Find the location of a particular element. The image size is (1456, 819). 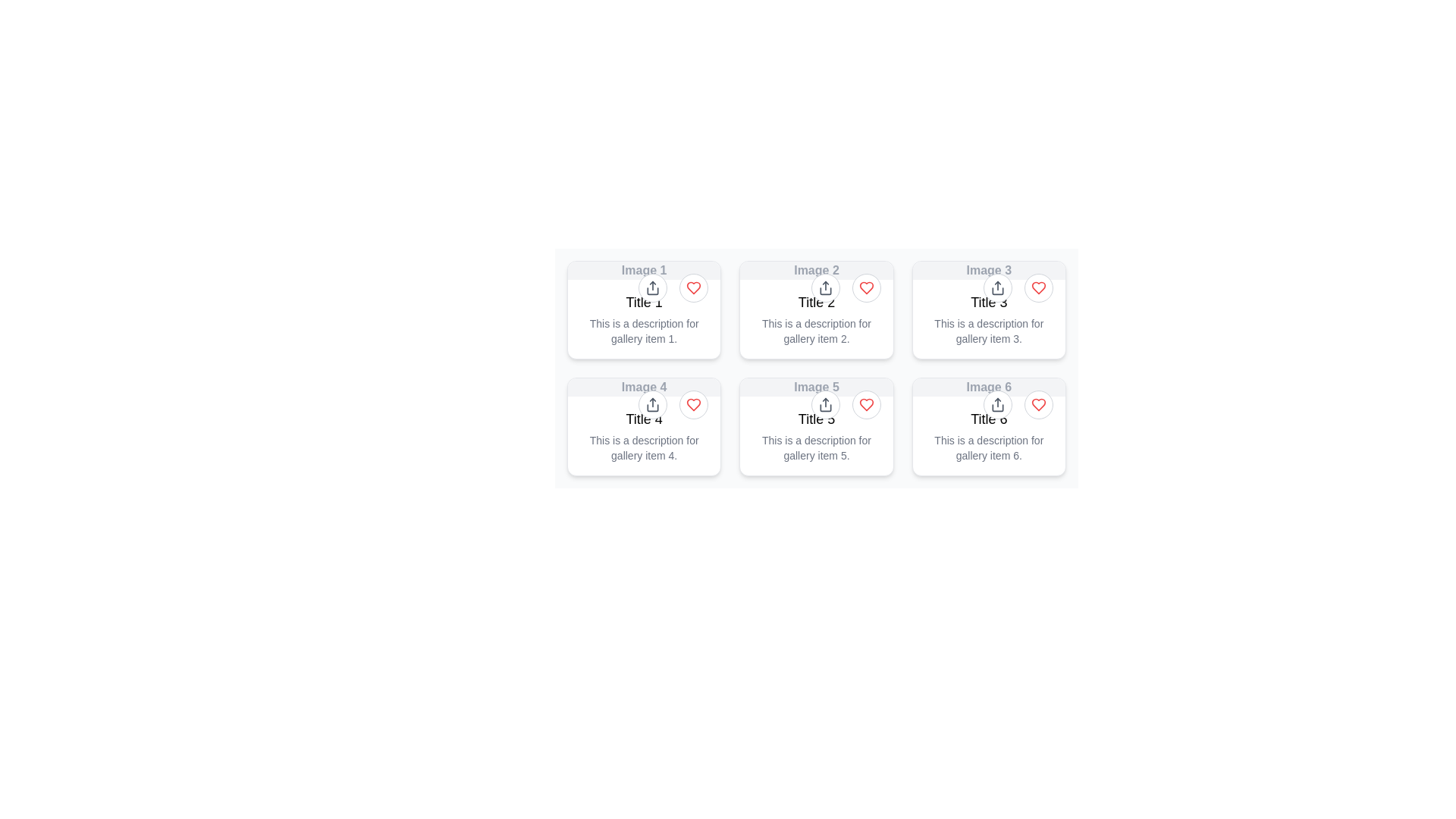

the heart-shaped icon with a red stroke located in the bottom-right rectangular card labeled 'Image 6' is located at coordinates (1037, 403).